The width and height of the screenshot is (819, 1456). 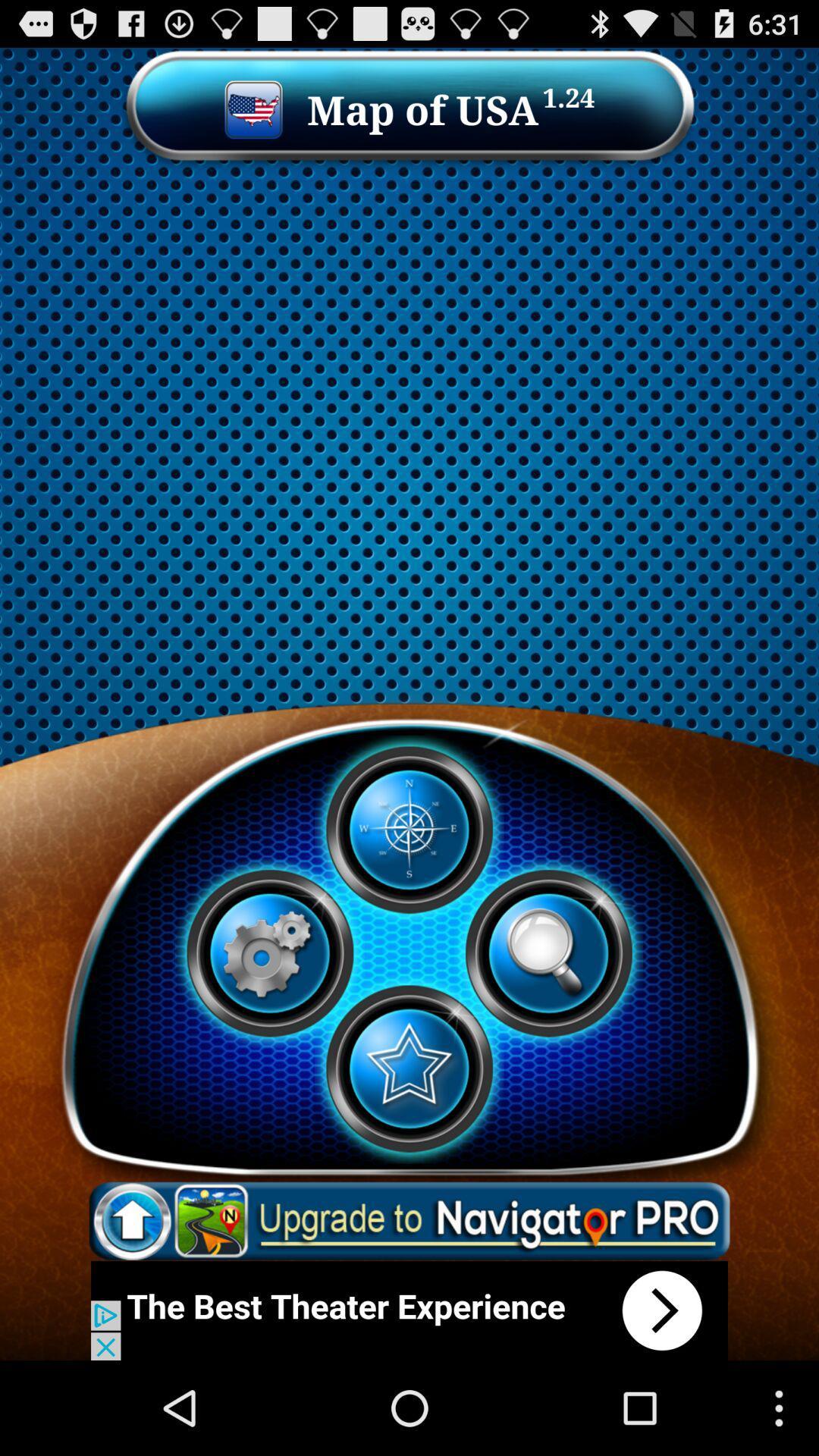 I want to click on play, so click(x=408, y=829).